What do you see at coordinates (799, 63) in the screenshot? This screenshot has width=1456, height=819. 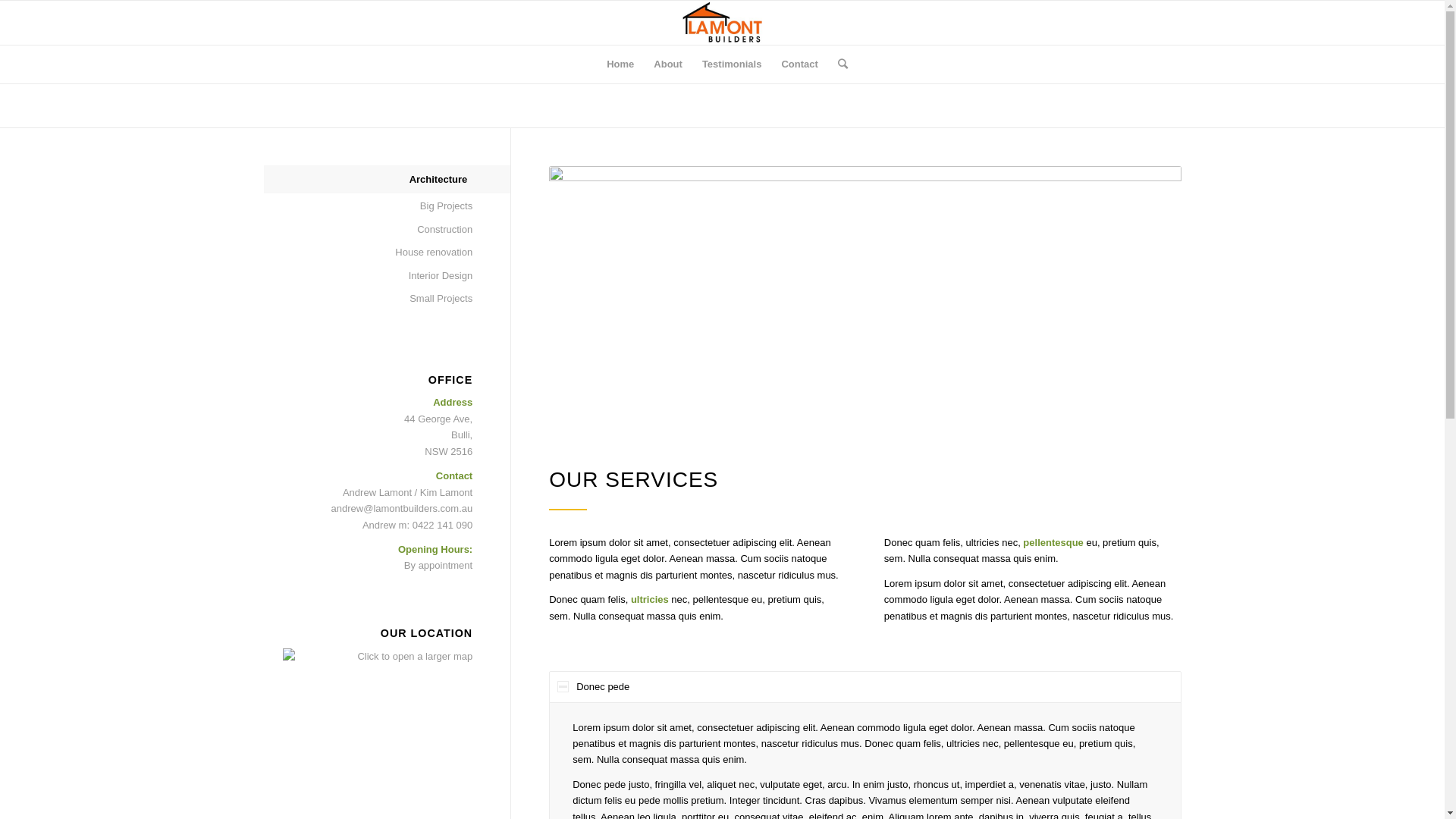 I see `'Contact'` at bounding box center [799, 63].